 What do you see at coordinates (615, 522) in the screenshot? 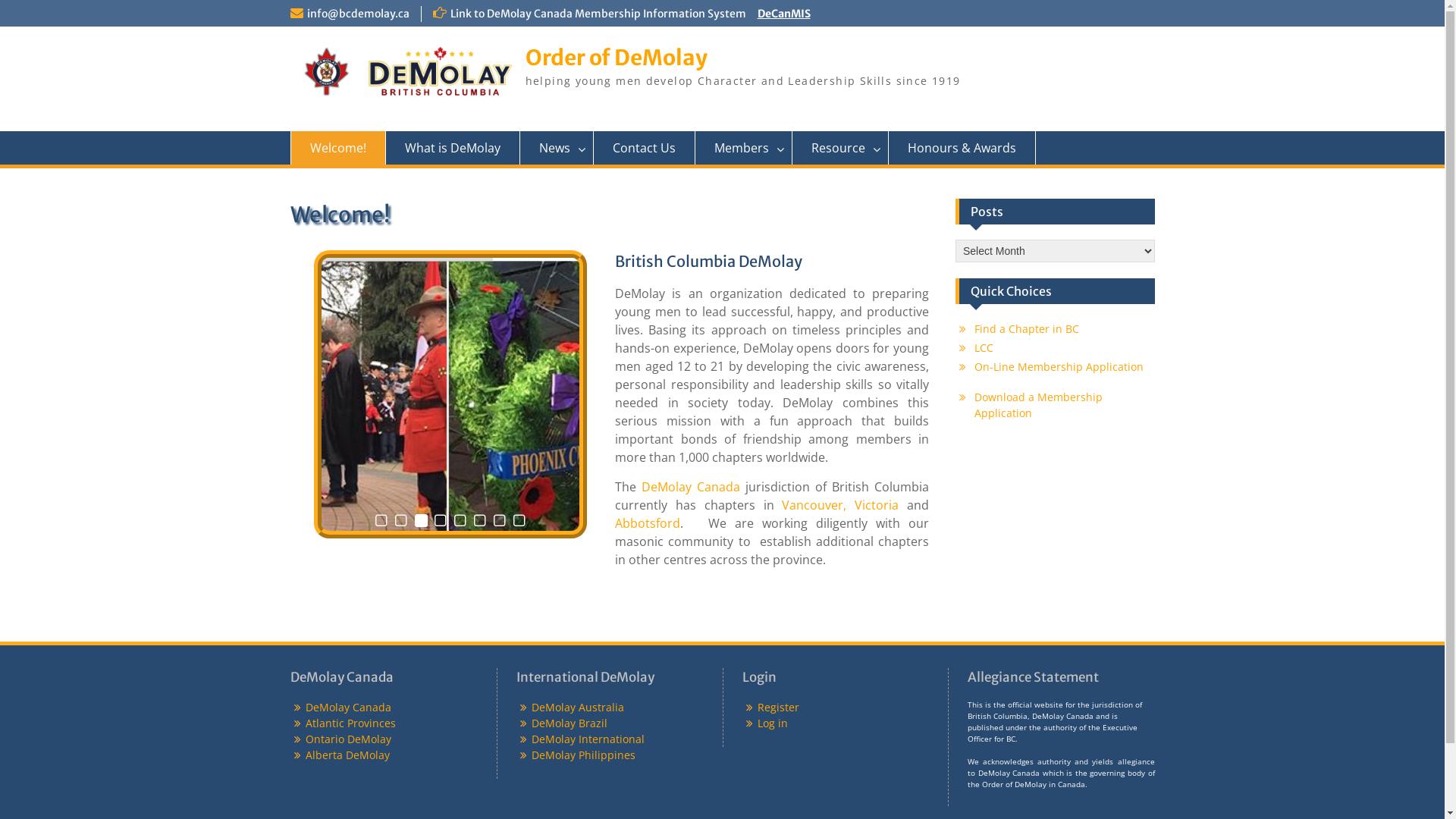
I see `'Abbotsford'` at bounding box center [615, 522].